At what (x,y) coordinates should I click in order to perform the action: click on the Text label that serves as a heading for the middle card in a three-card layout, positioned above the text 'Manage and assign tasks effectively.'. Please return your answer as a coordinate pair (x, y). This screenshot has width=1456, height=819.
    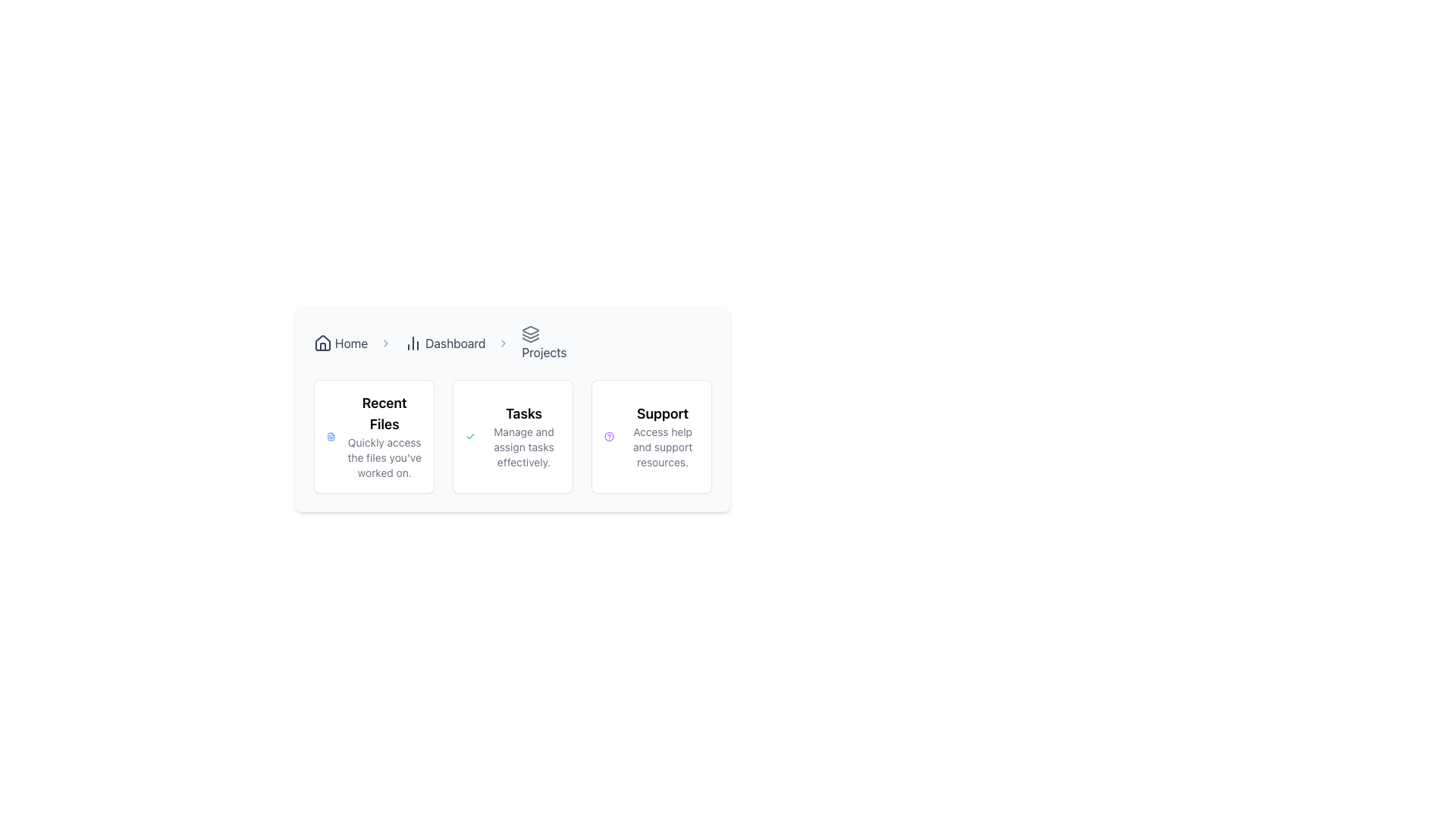
    Looking at the image, I should click on (524, 414).